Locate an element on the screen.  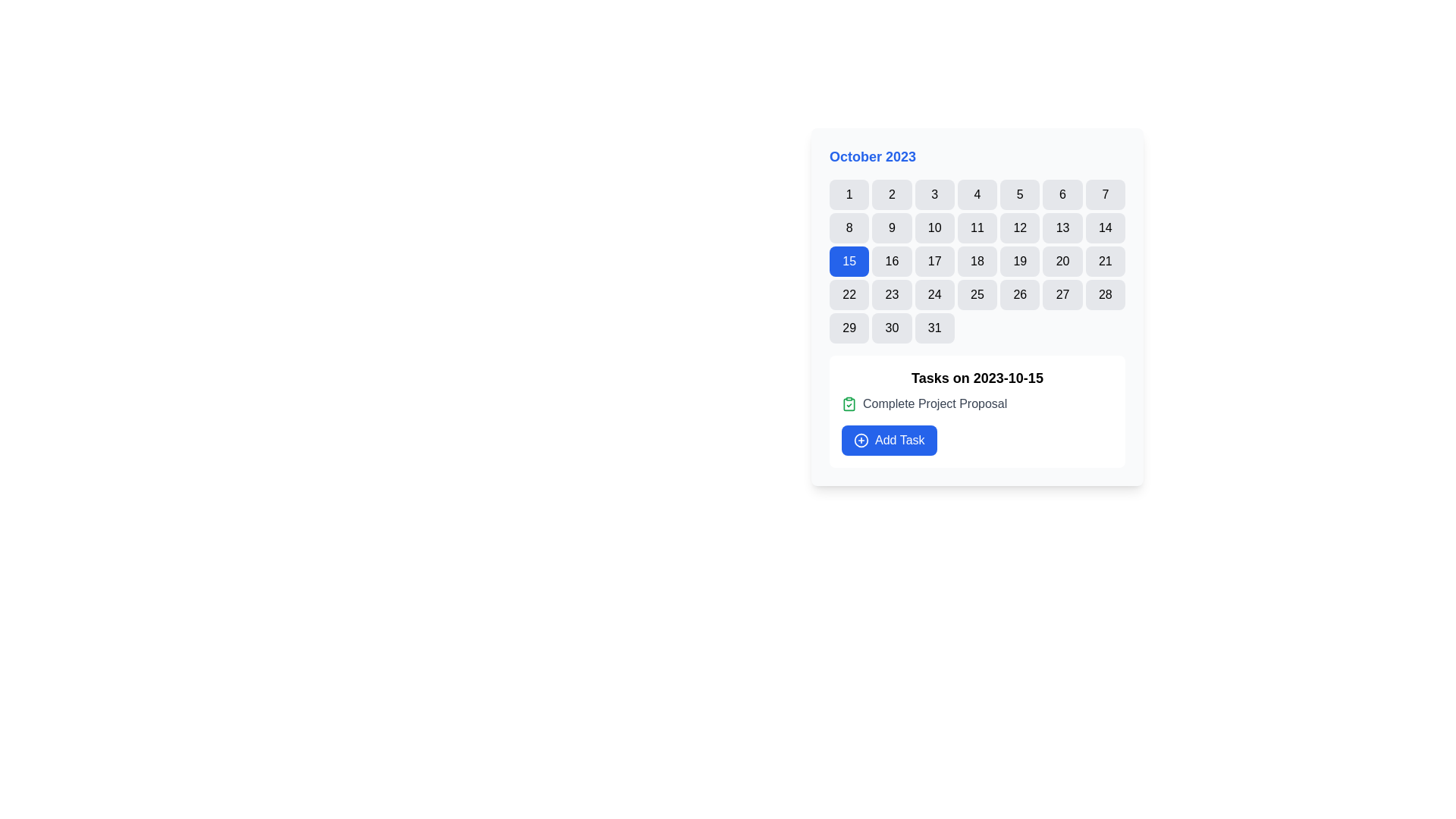
the selectable day button in the calendar interface, which is positioned in the second position of the first row, immediately to the right of the button labeled '1' is located at coordinates (892, 194).